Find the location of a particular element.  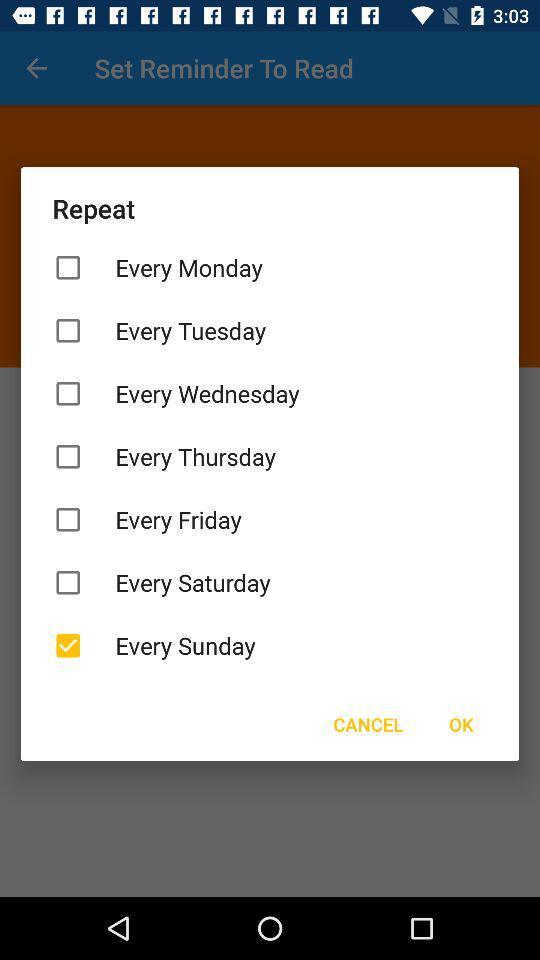

the every saturday is located at coordinates (270, 582).